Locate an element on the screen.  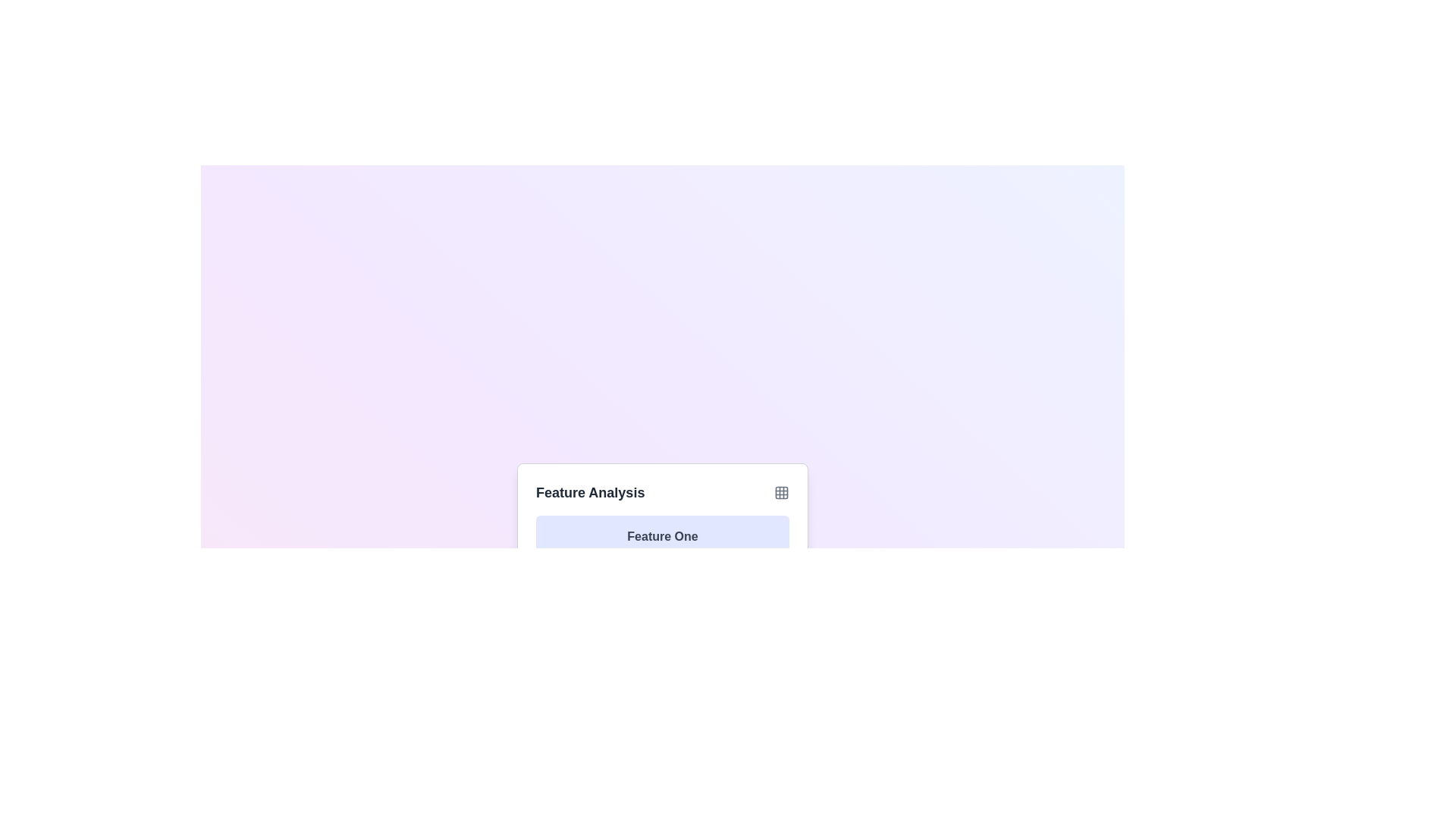
the text label displaying 'Feature One' in bold, dark gray font located below the heading 'Feature Analysis' is located at coordinates (662, 536).